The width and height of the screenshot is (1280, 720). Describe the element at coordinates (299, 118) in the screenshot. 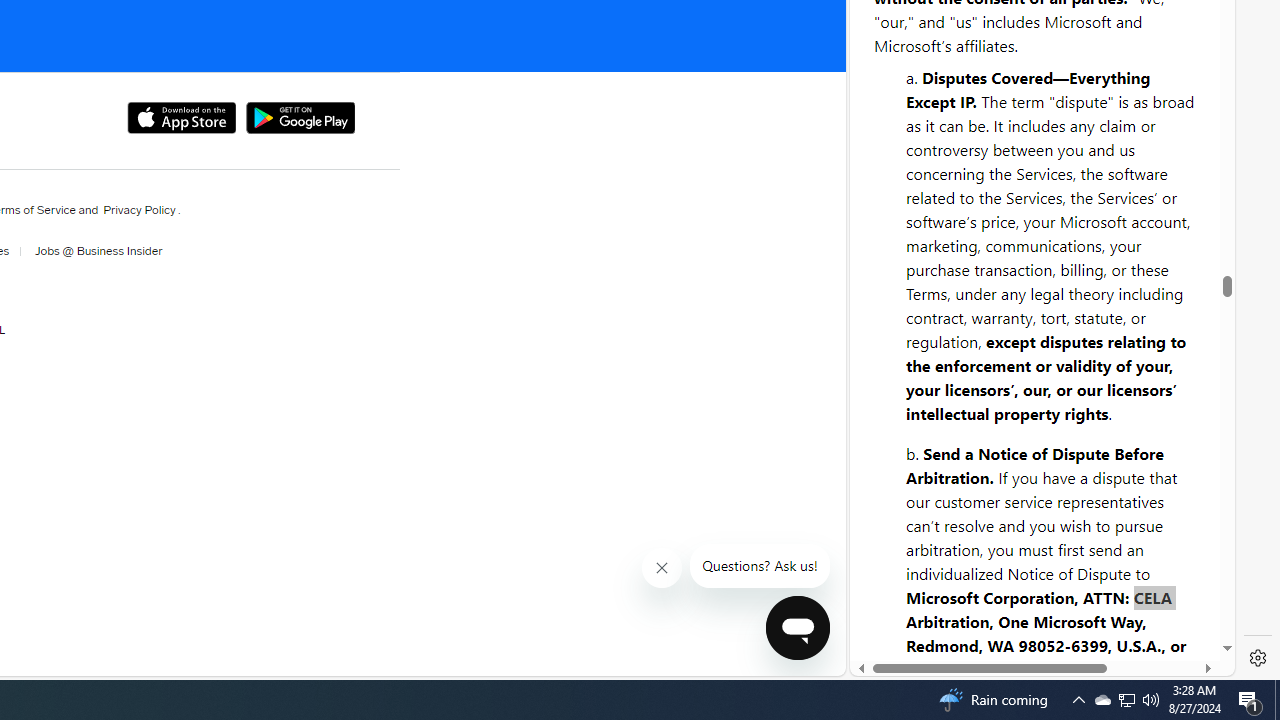

I see `'Get it on Google Play'` at that location.